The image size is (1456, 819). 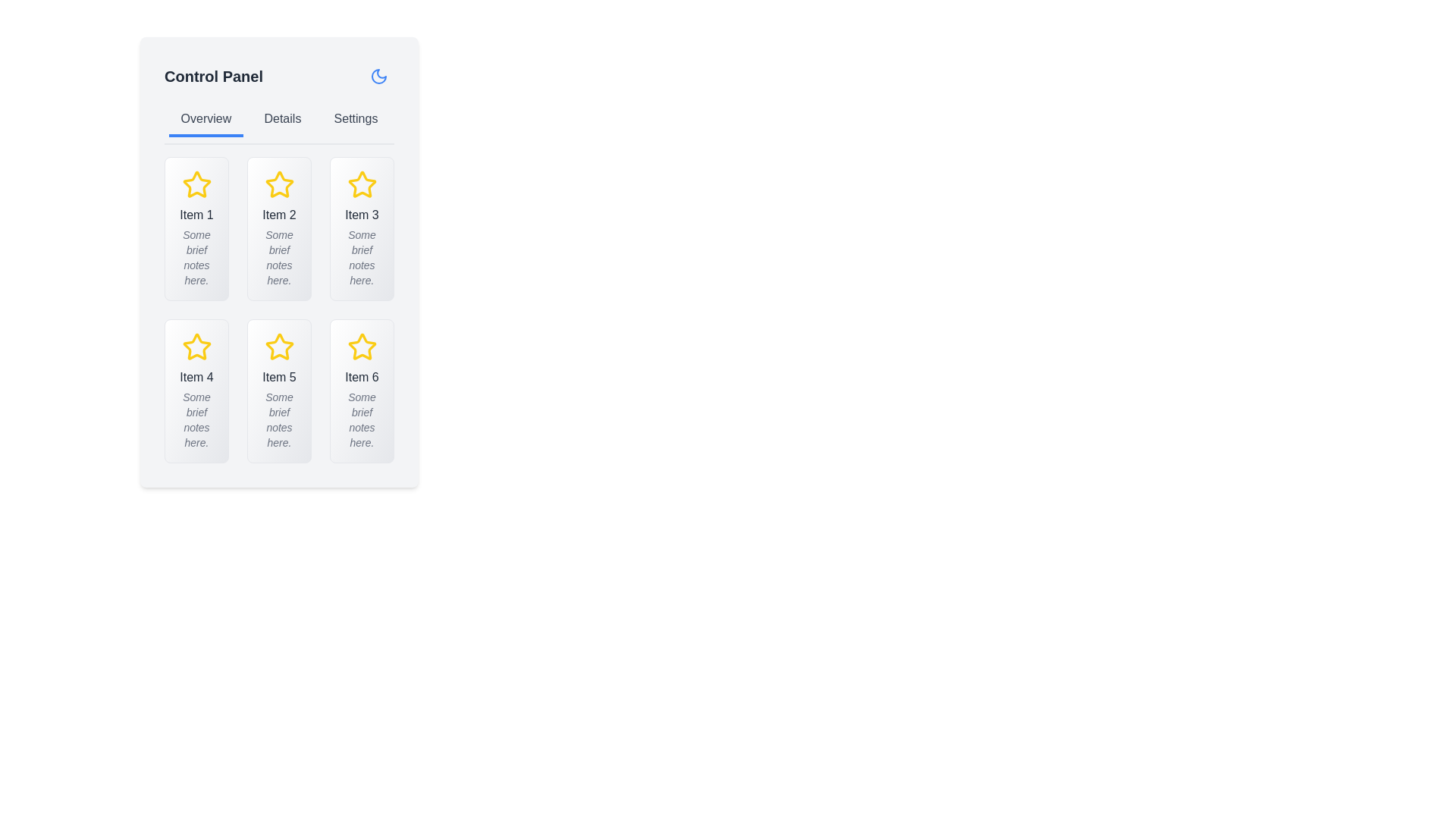 I want to click on the star-shaped icon with yellow strokes located above the text 'Item 5' within the card for 'Item 5', so click(x=279, y=347).